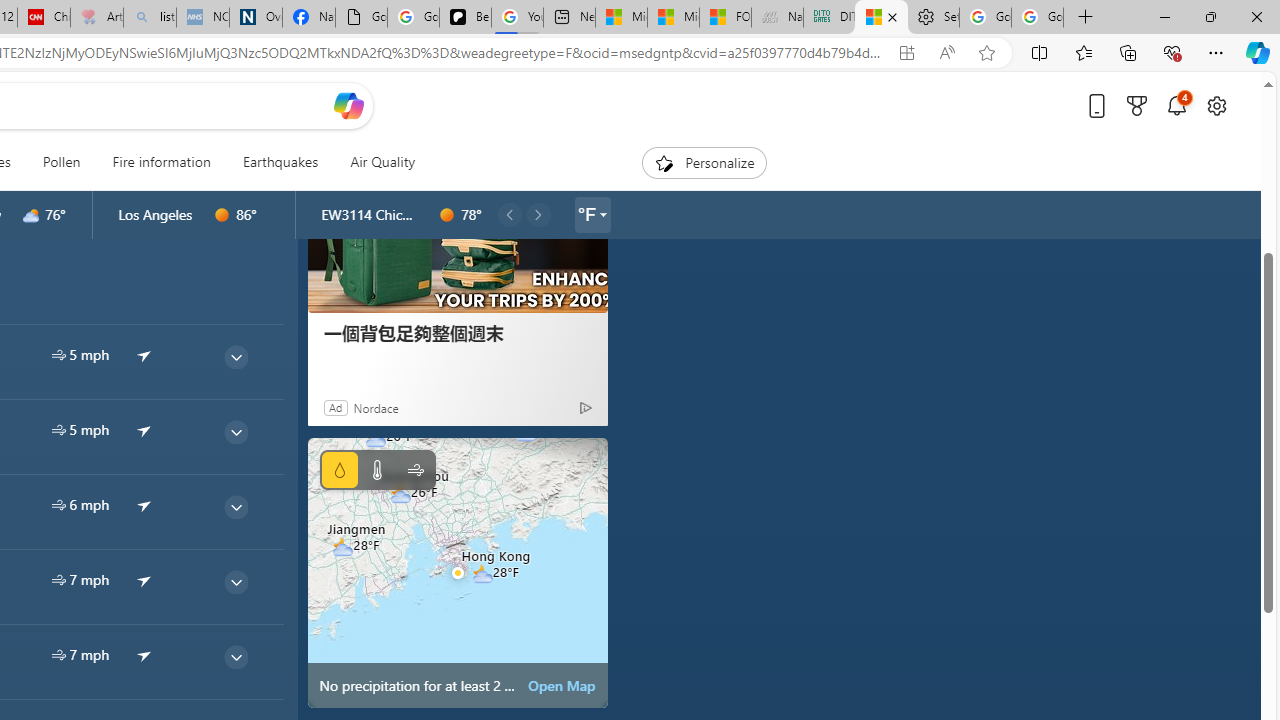 The height and width of the screenshot is (720, 1280). Describe the element at coordinates (382, 162) in the screenshot. I see `'Air Quality'` at that location.